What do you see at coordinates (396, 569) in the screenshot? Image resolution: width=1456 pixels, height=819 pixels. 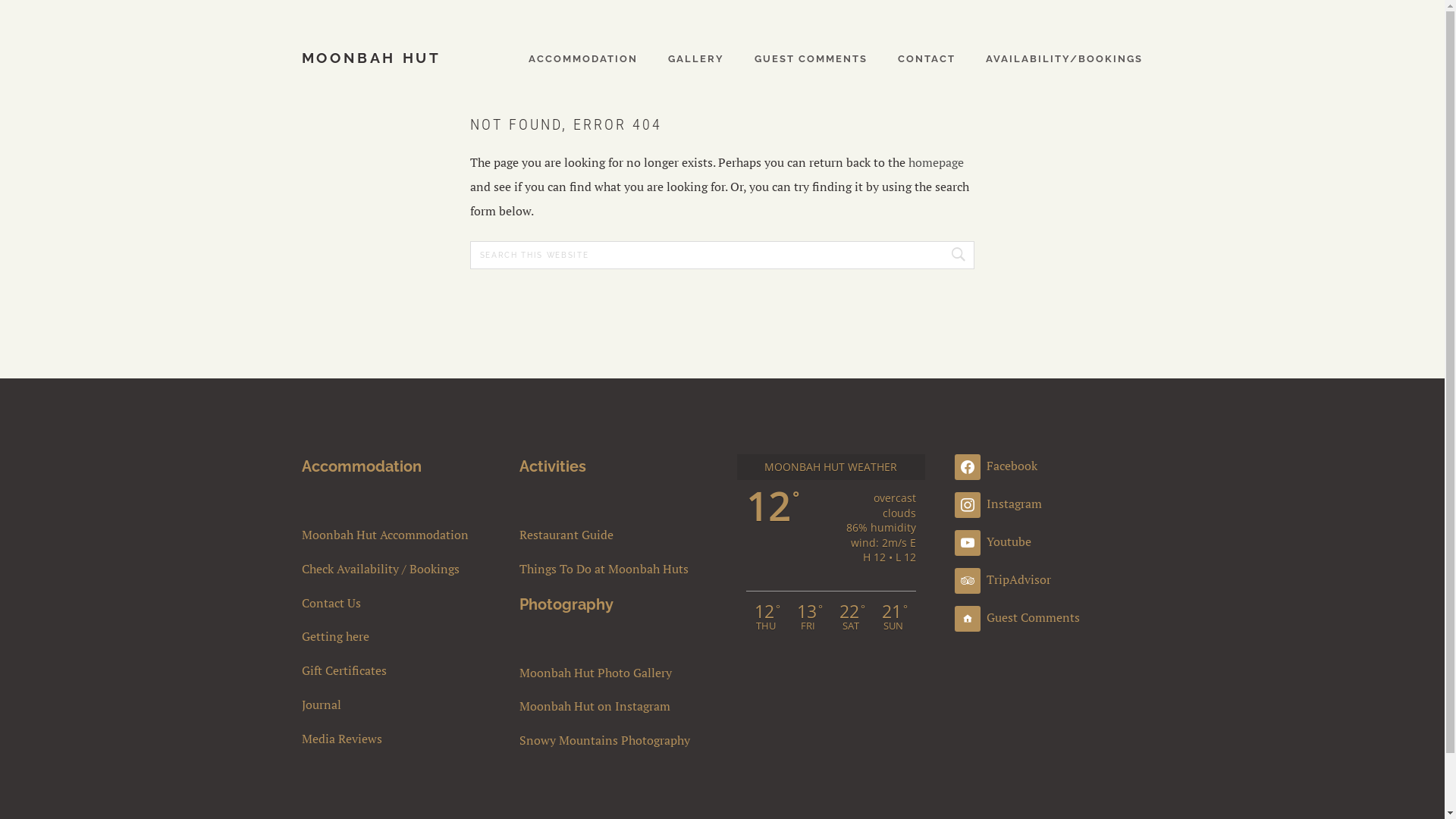 I see `'Check Availability / Bookings'` at bounding box center [396, 569].